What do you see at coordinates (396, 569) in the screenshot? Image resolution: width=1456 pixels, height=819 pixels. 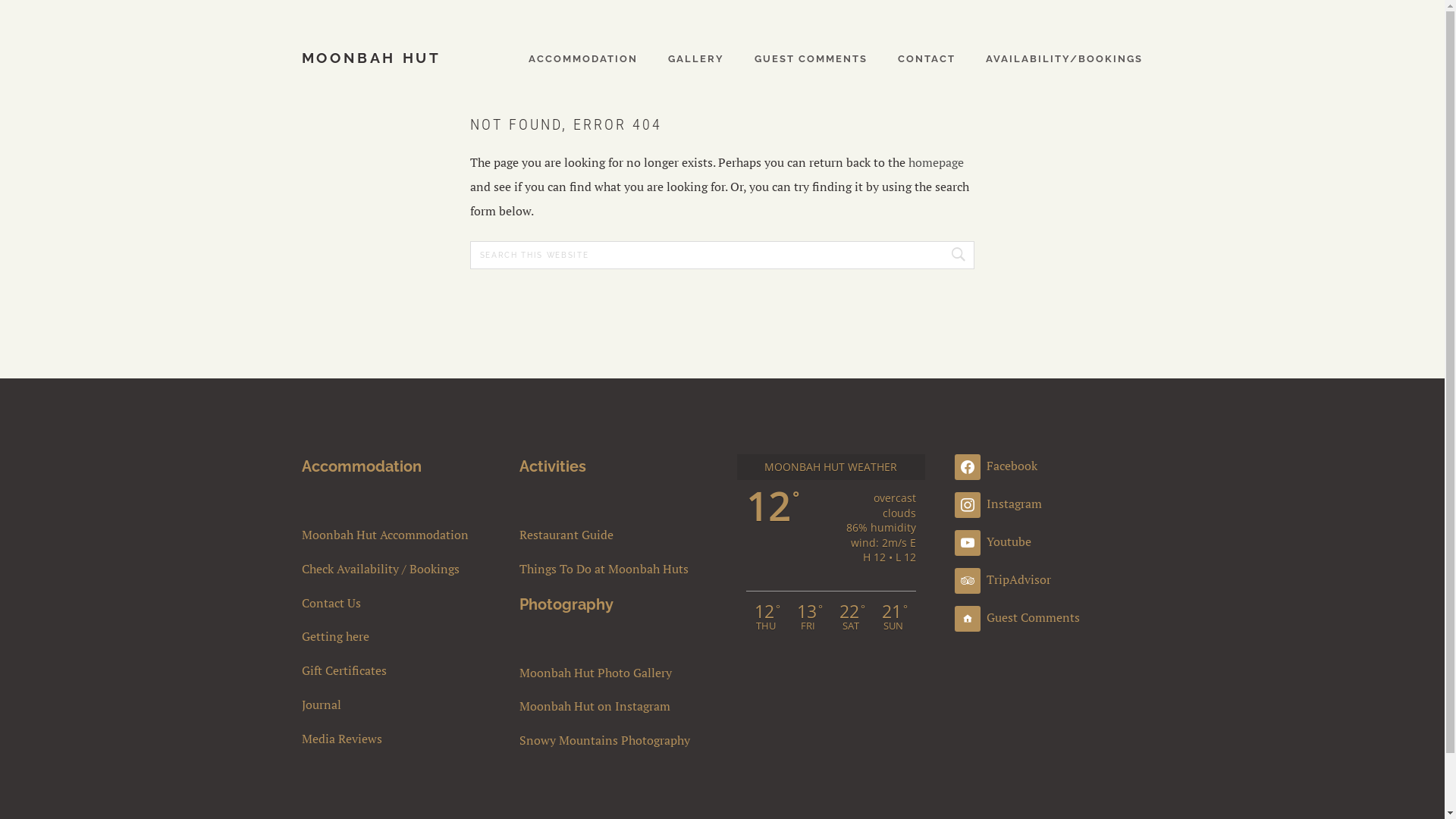 I see `'Check Availability / Bookings'` at bounding box center [396, 569].